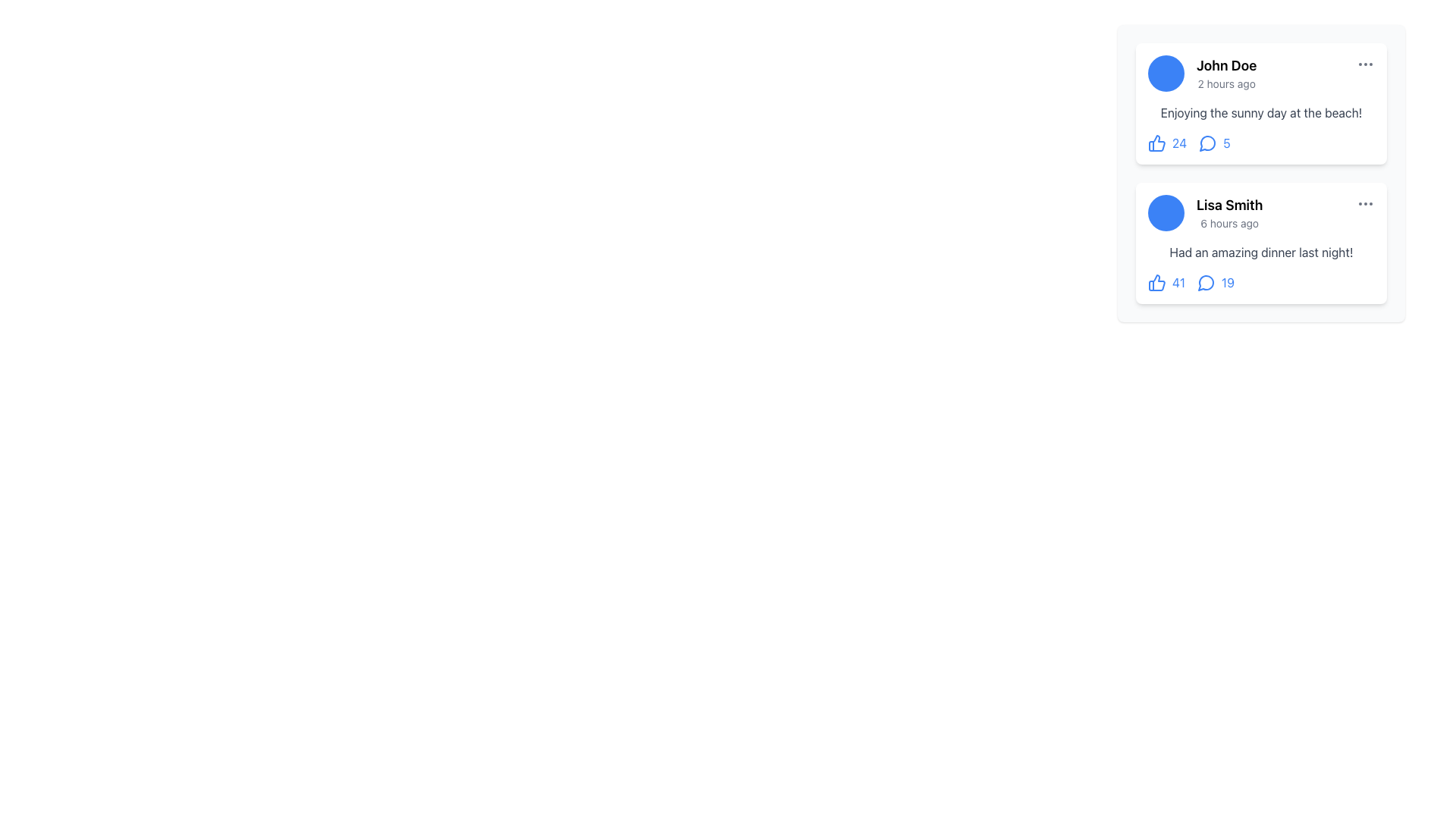  I want to click on name 'John Doe' and the timestamp '2 hours ago' from the Composite text component located in the top card, positioned to the right of the circular blue avatar, so click(1226, 73).